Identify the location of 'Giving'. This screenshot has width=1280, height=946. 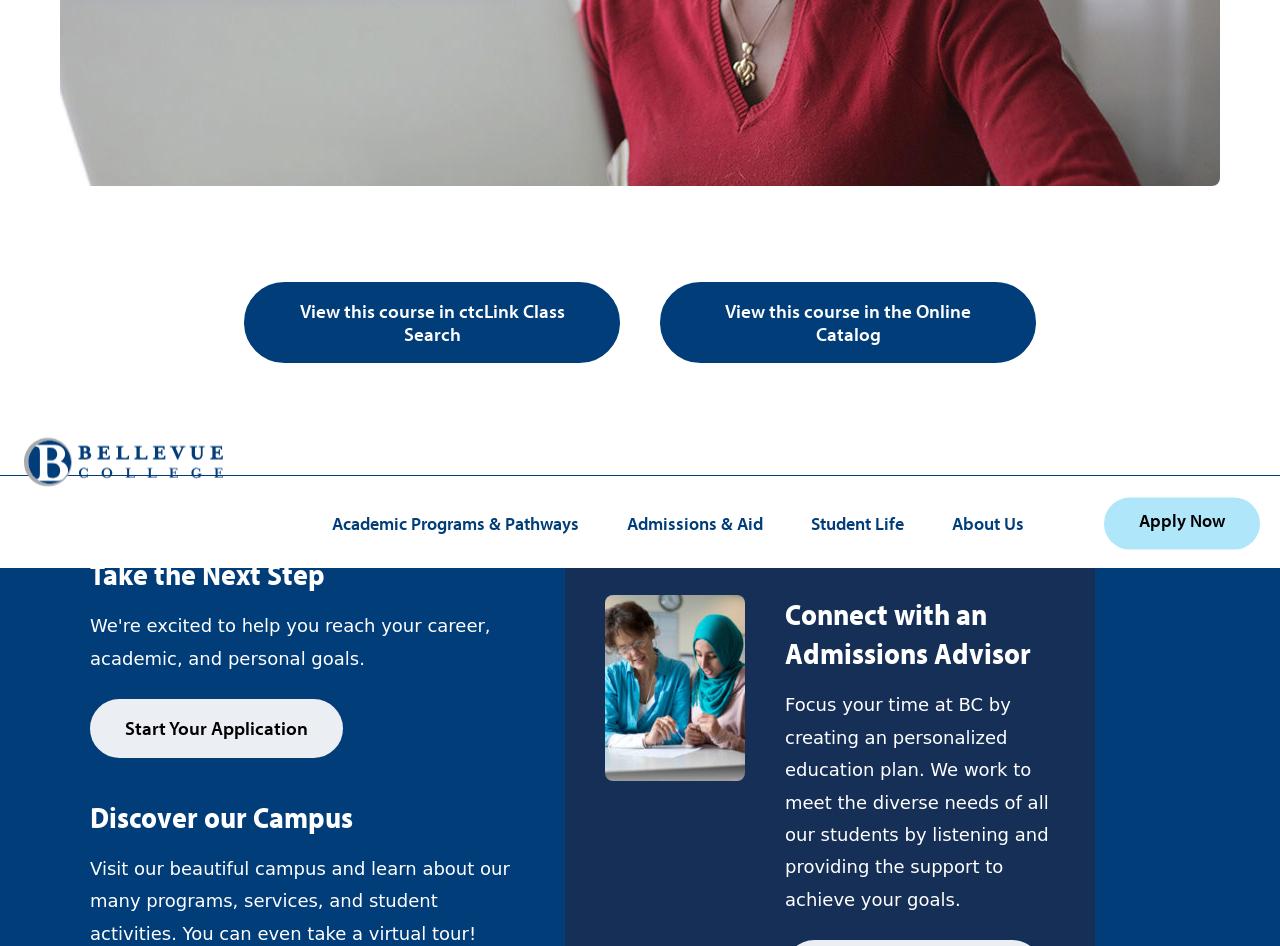
(117, 32).